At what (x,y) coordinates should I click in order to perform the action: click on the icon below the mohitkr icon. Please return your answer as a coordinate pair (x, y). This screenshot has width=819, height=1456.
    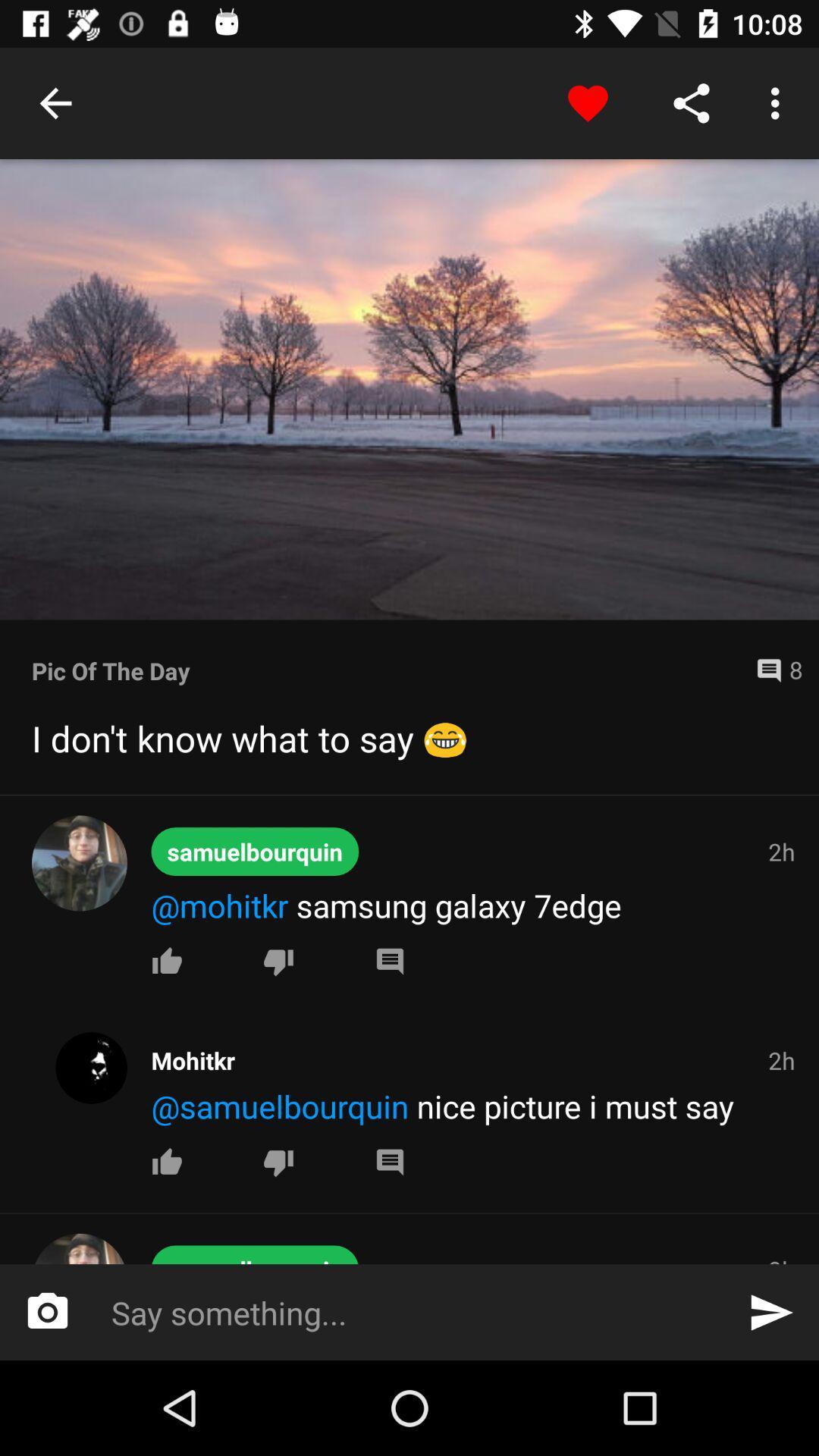
    Looking at the image, I should click on (474, 1106).